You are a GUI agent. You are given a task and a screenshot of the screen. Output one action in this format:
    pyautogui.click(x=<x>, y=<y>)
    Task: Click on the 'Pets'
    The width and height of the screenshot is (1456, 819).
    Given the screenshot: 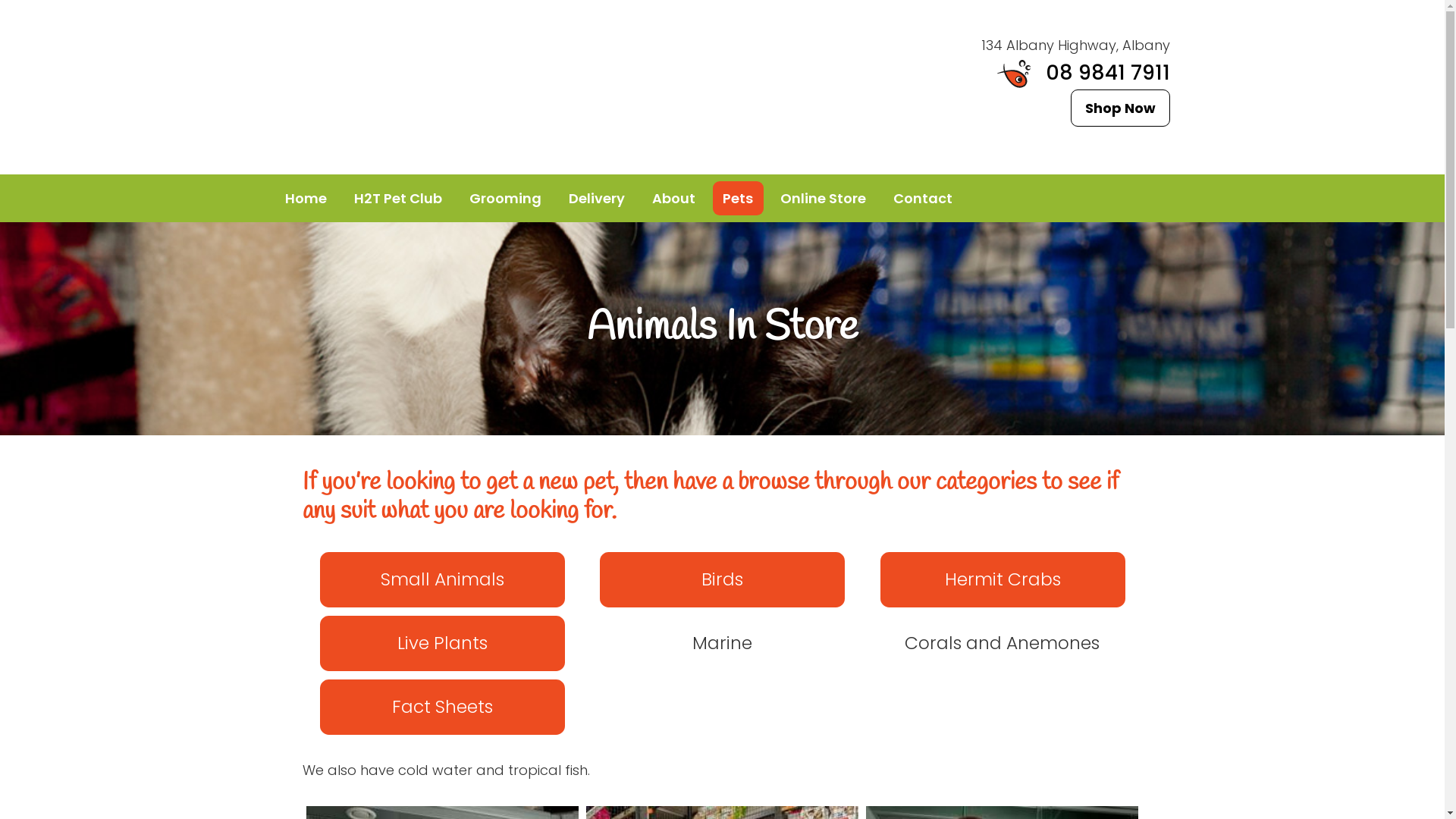 What is the action you would take?
    pyautogui.click(x=712, y=197)
    